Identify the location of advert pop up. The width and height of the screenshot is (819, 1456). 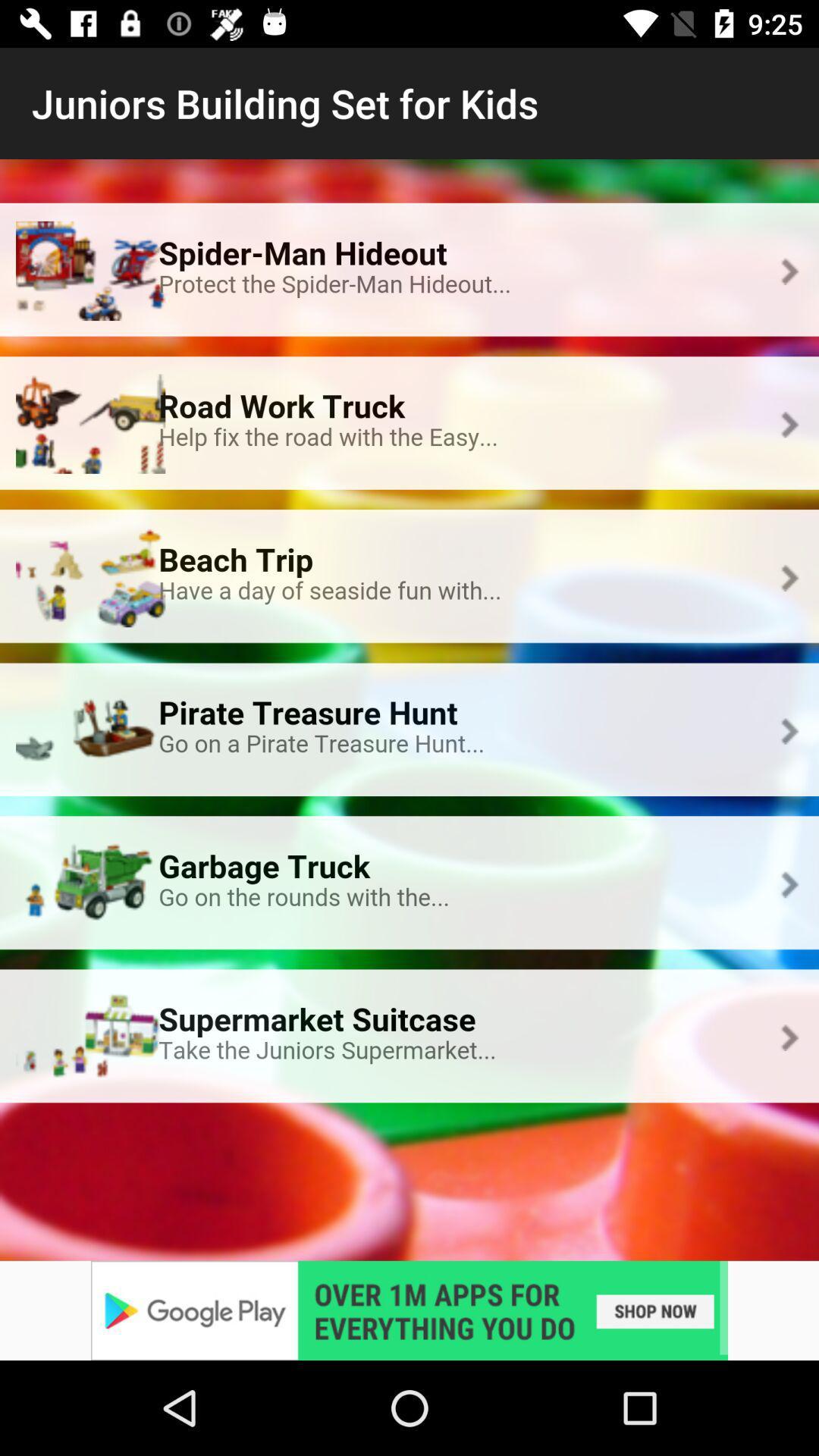
(409, 1310).